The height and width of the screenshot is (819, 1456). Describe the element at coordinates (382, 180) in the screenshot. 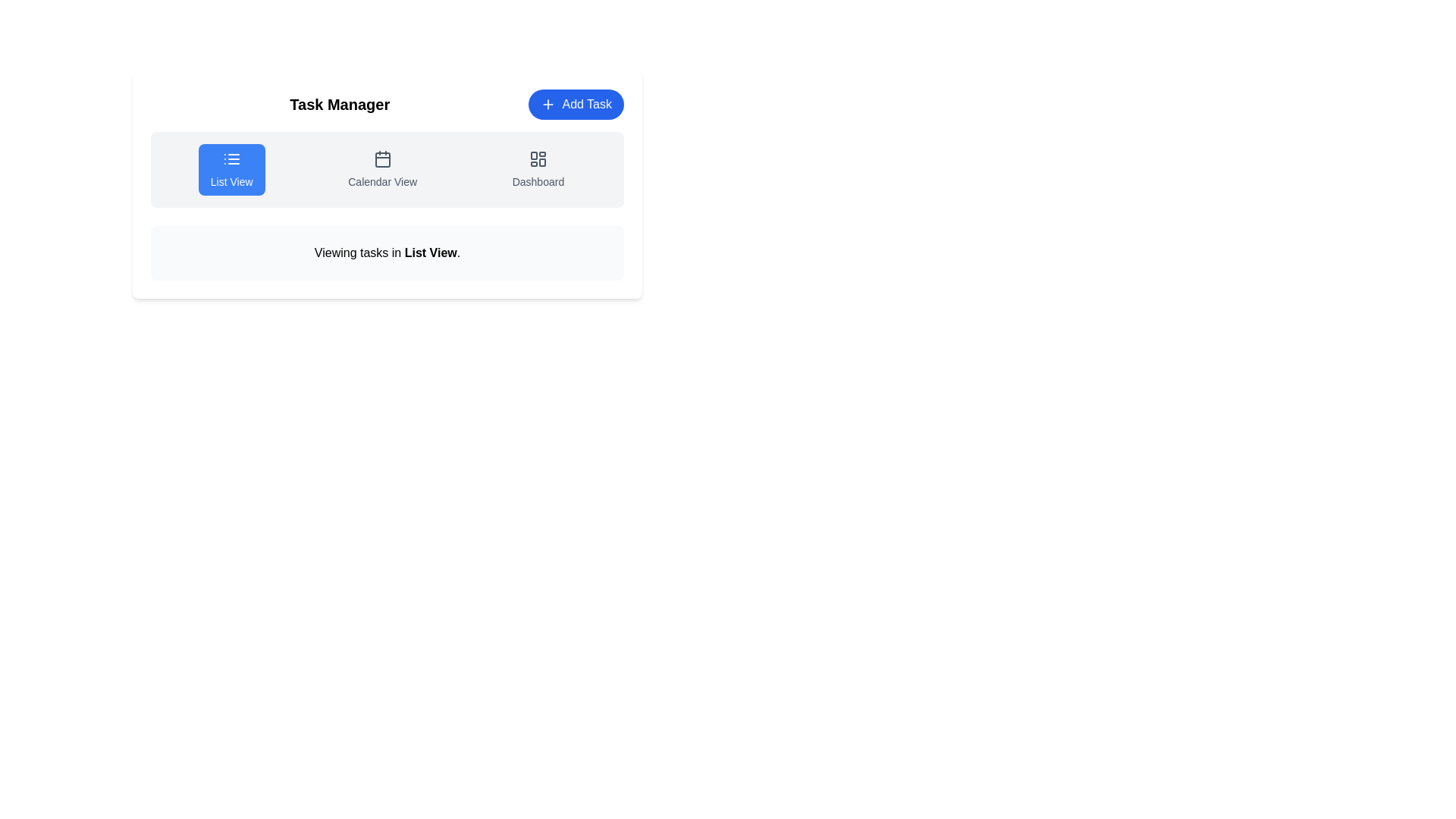

I see `the text label displaying 'Calendar View', which is located below the calendar icon in the navigation button layout` at that location.